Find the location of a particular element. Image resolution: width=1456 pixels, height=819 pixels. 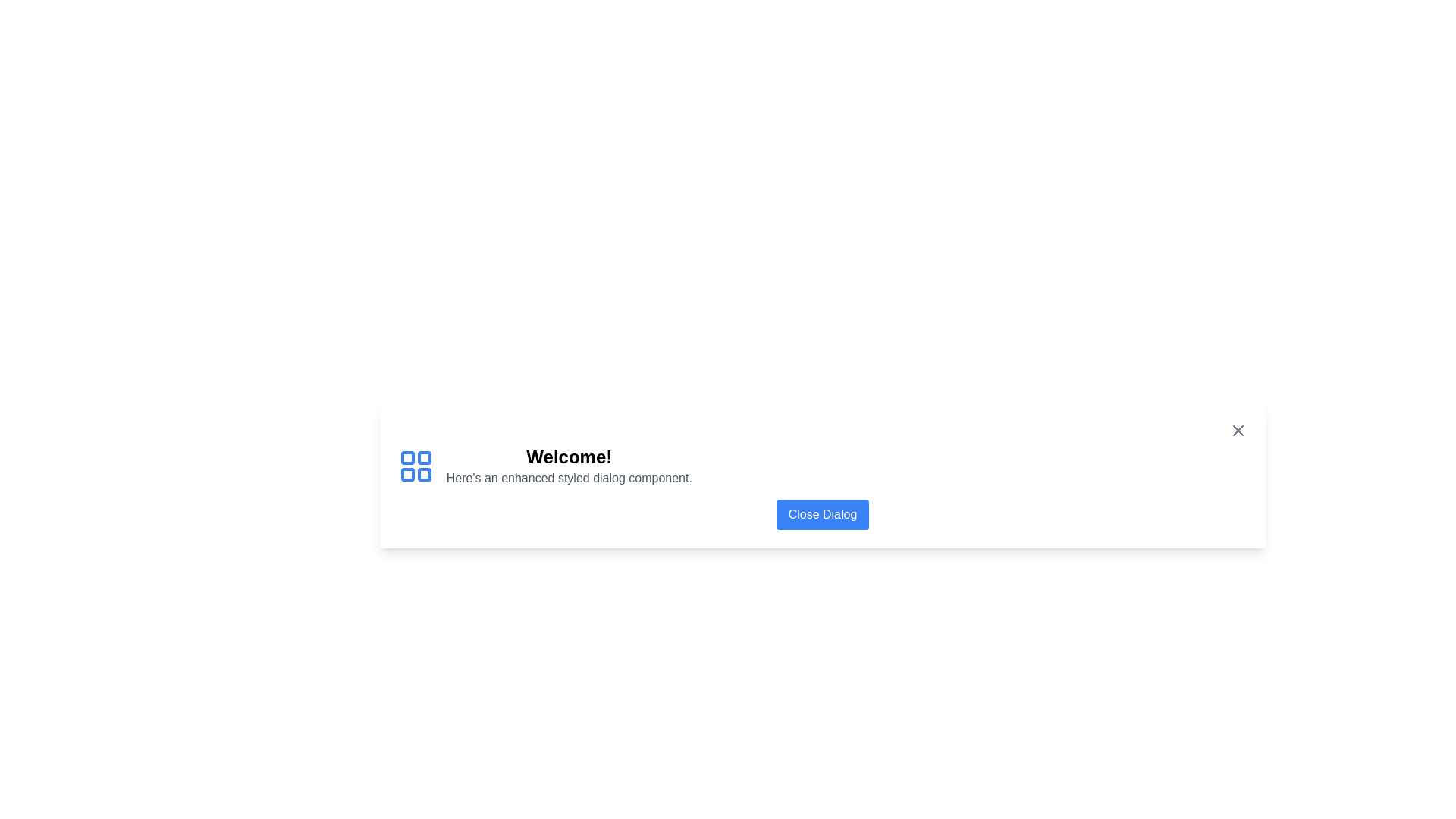

the bottom-left square of the grid icon, which is a decorative element serving a visual purpose in the dialog's branding is located at coordinates (407, 473).